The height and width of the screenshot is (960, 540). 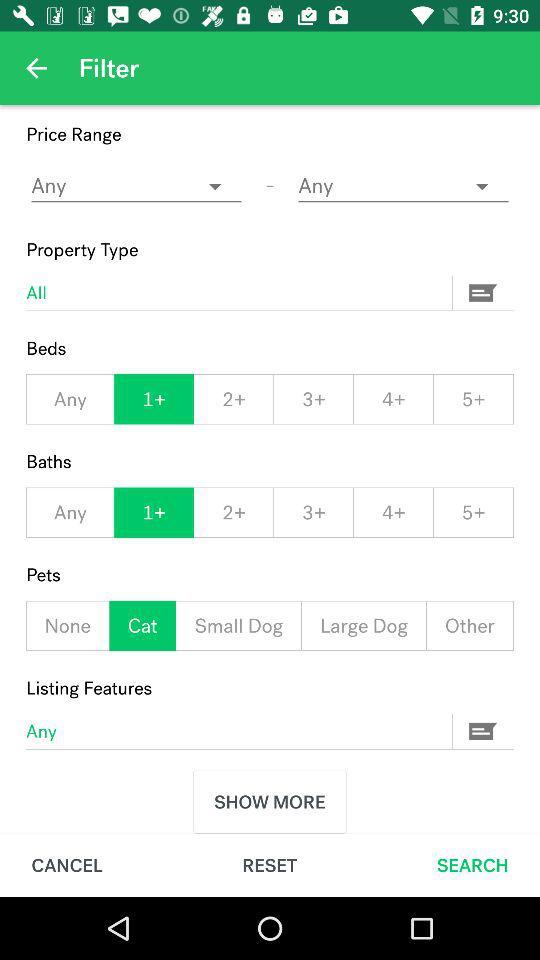 What do you see at coordinates (232, 398) in the screenshot?
I see `the first option 2 on the web page` at bounding box center [232, 398].